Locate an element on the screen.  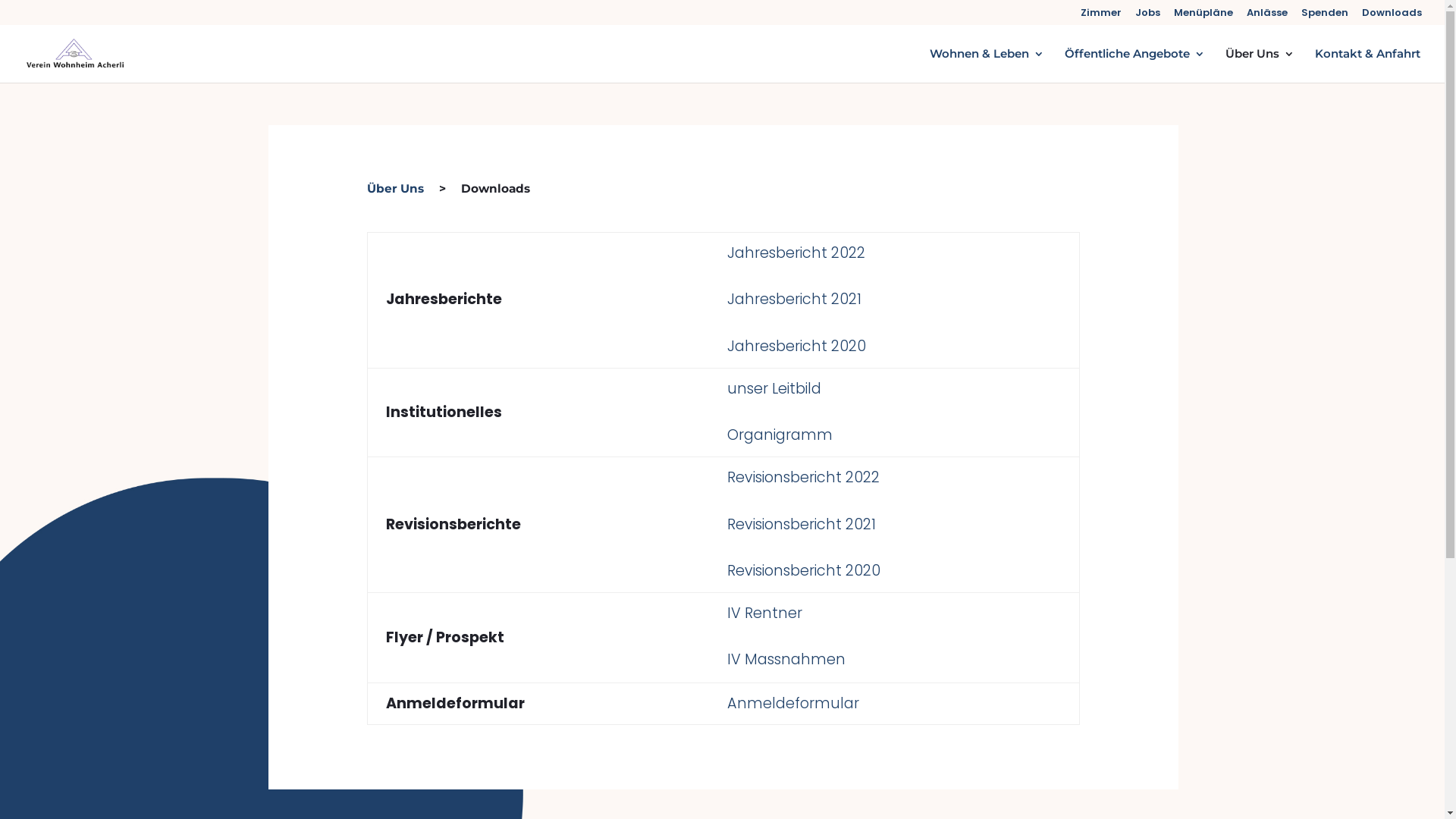
'Anmeldeformular ' is located at coordinates (794, 703).